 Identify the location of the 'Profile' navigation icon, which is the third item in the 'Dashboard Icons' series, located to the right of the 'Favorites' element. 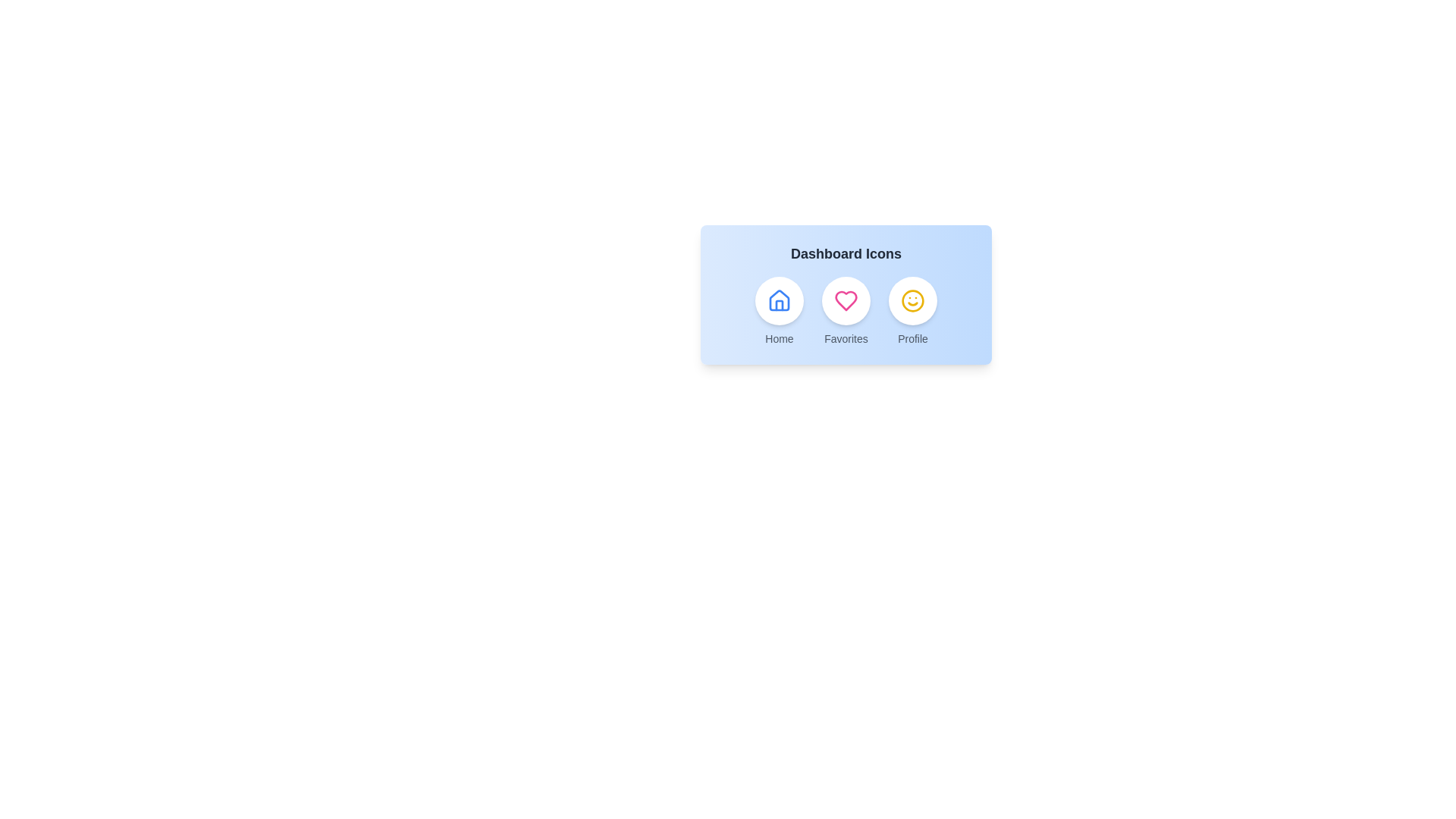
(912, 311).